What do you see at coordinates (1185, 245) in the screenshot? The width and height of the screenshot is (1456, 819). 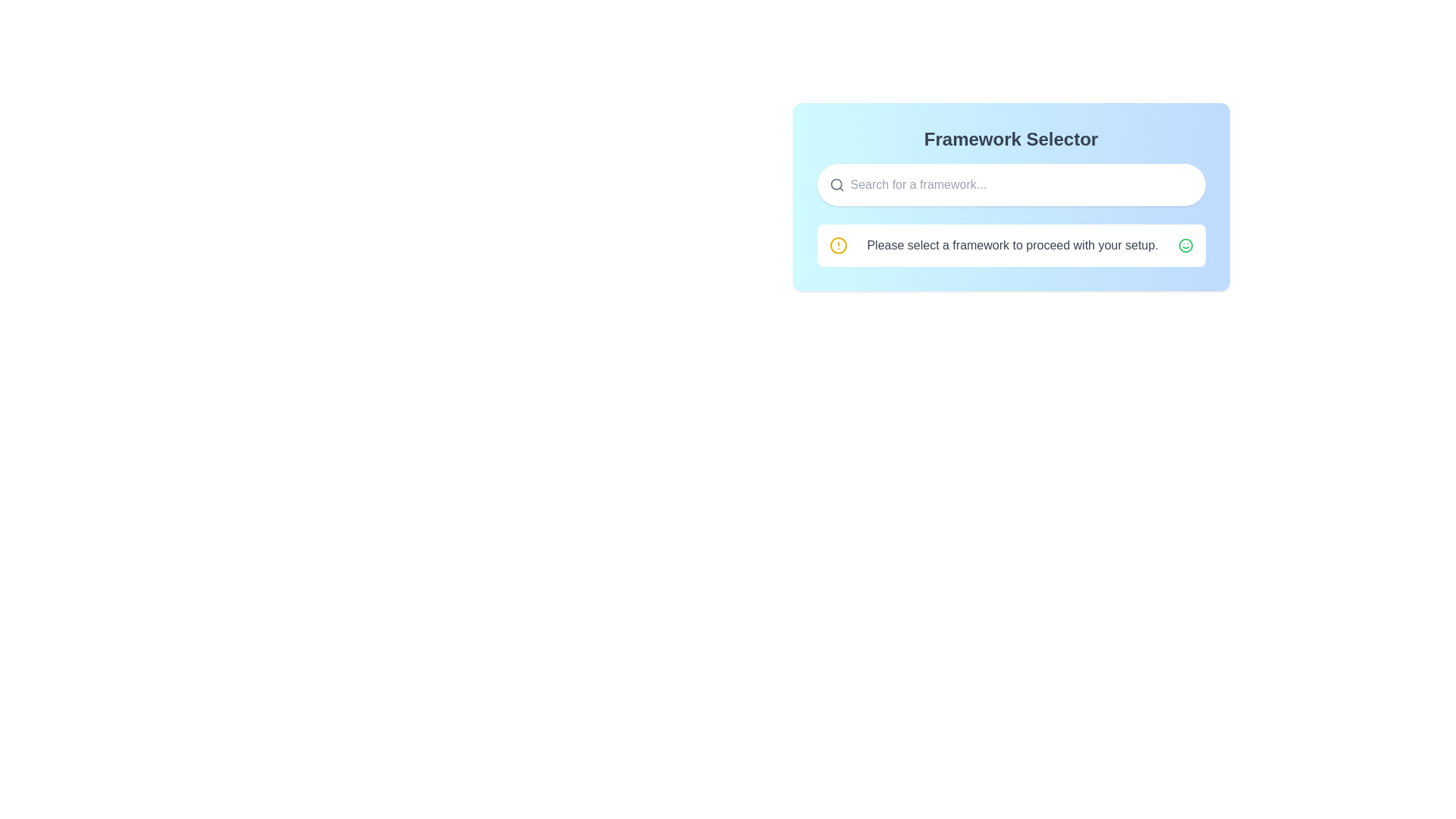 I see `the large circular component of the smiley face icon with a thin green stroke, located in the lower region of the main card component adjacent to the message 'Please select a framework to proceed with your setup.'` at bounding box center [1185, 245].